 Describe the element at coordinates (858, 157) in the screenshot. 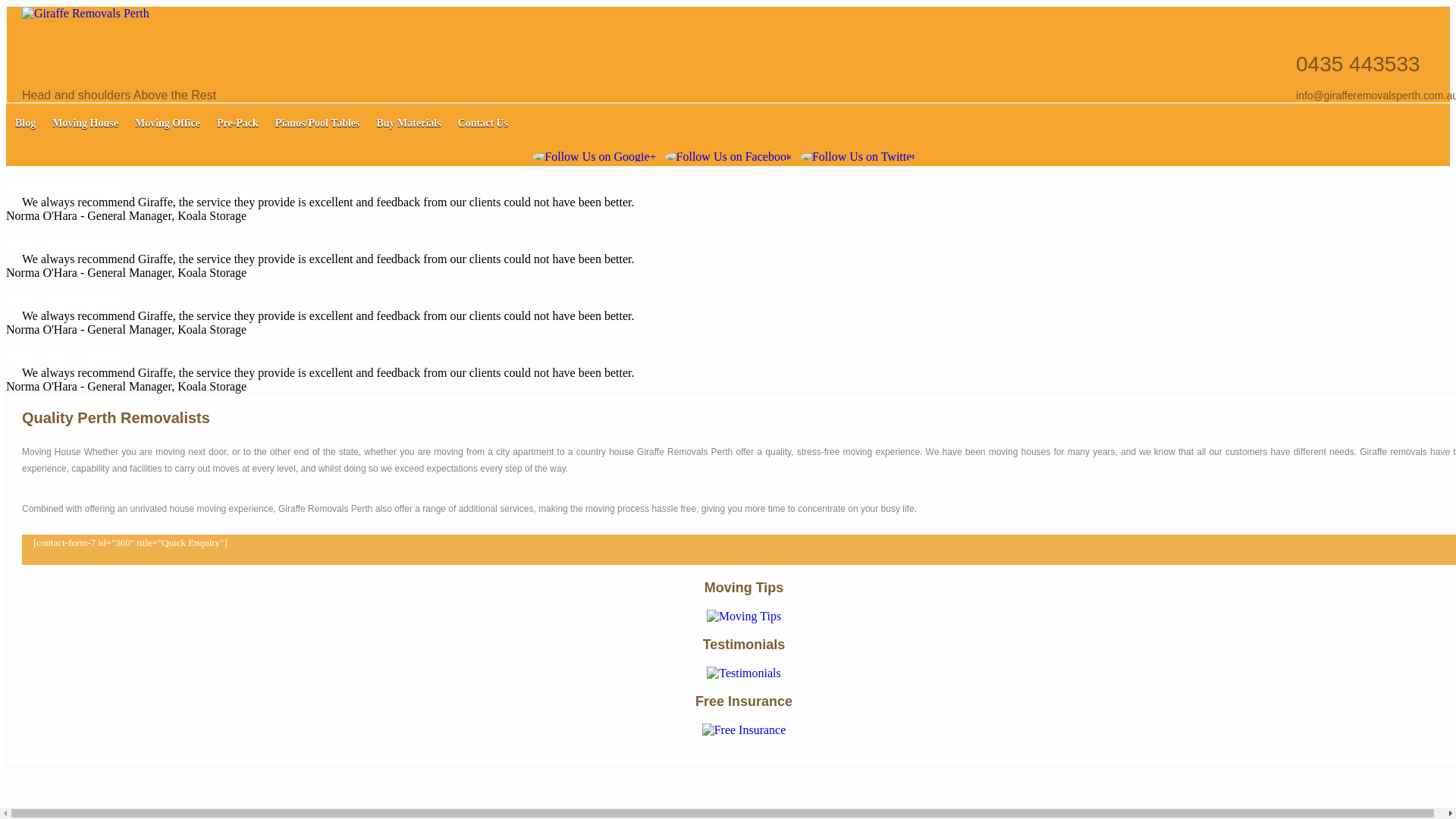

I see `'Follow Us on Twitter'` at that location.